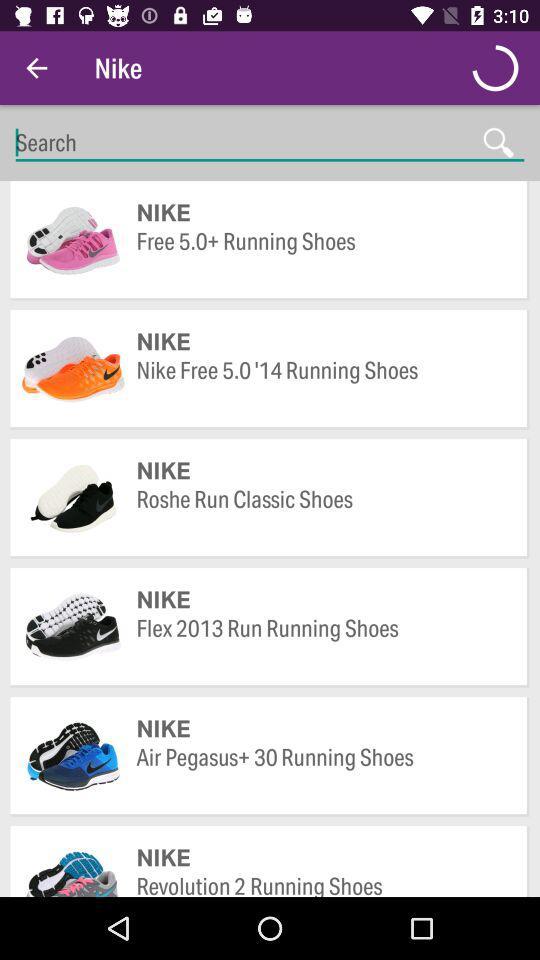 The height and width of the screenshot is (960, 540). Describe the element at coordinates (322, 642) in the screenshot. I see `the flex 2013 run icon` at that location.